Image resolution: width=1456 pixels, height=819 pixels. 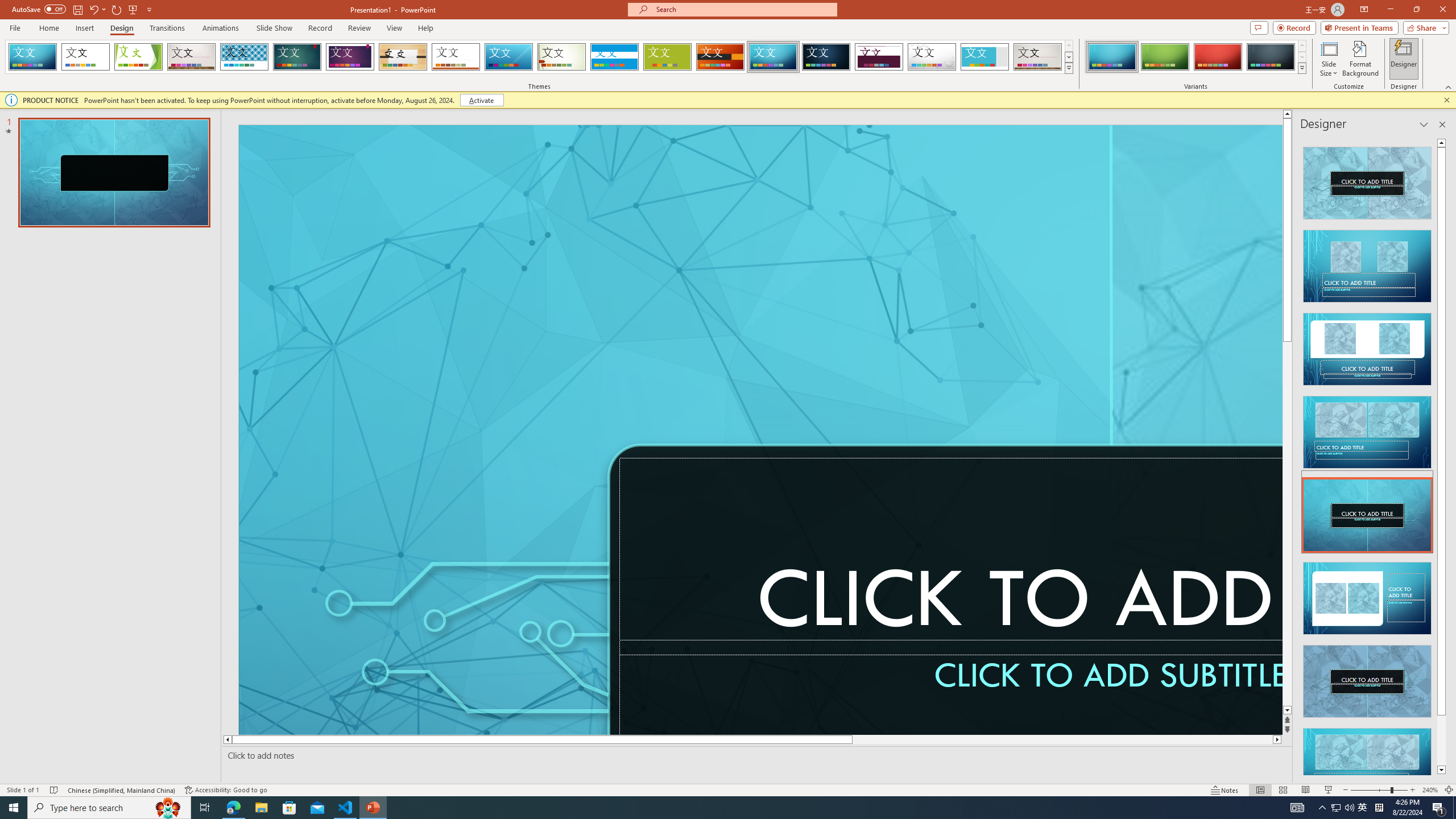 I want to click on 'Format Background', so click(x=1360, y=59).